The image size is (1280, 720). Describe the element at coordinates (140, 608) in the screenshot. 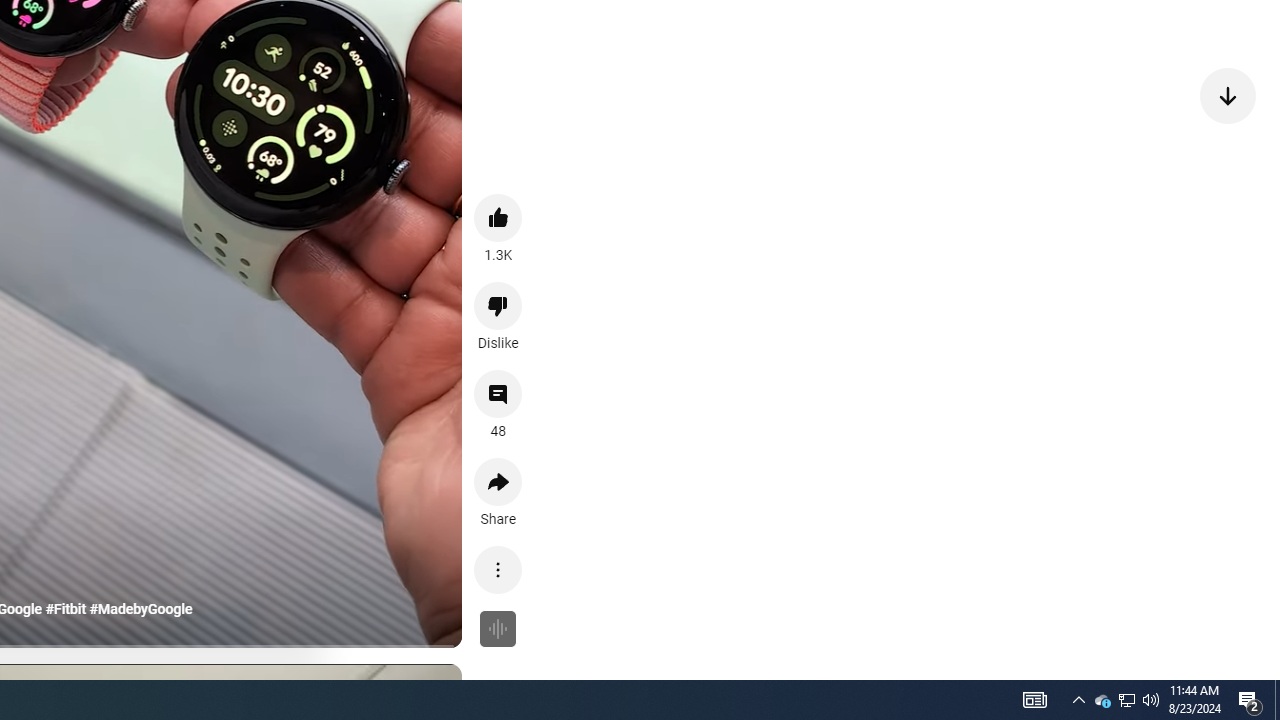

I see `'#MadebyGoogle'` at that location.